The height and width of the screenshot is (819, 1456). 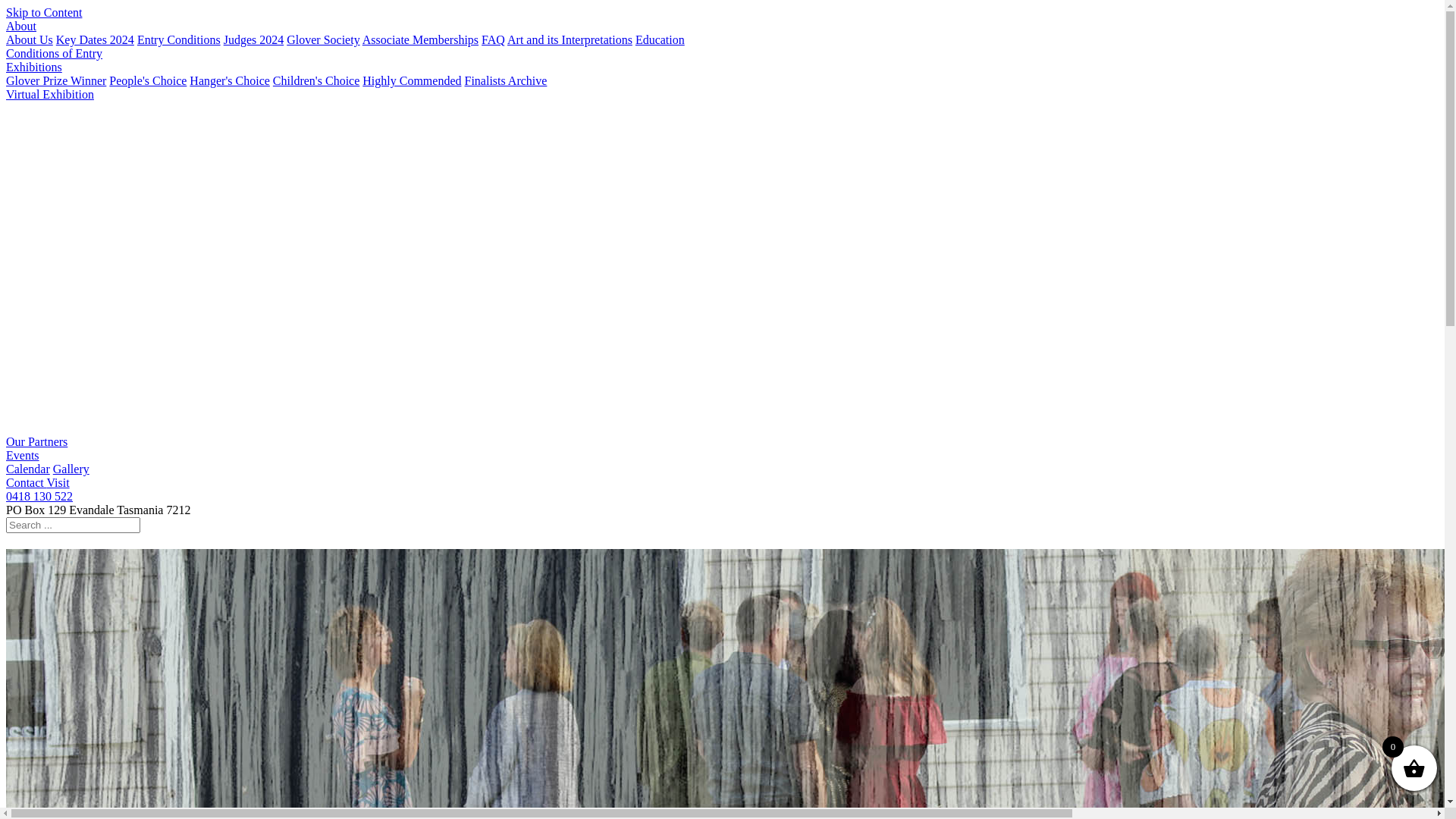 What do you see at coordinates (94, 39) in the screenshot?
I see `'Key Dates 2024'` at bounding box center [94, 39].